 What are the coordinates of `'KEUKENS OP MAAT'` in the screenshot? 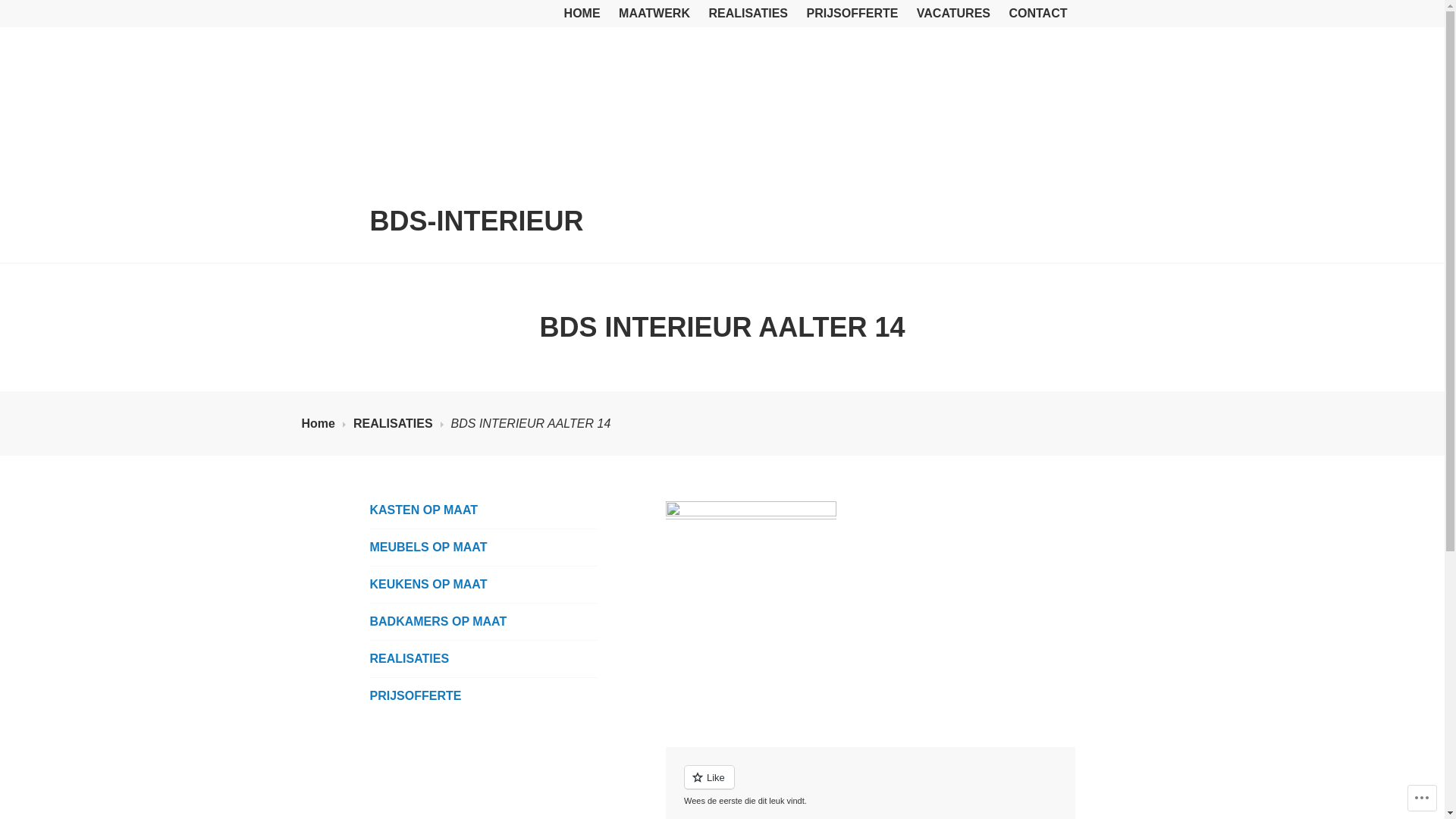 It's located at (483, 584).